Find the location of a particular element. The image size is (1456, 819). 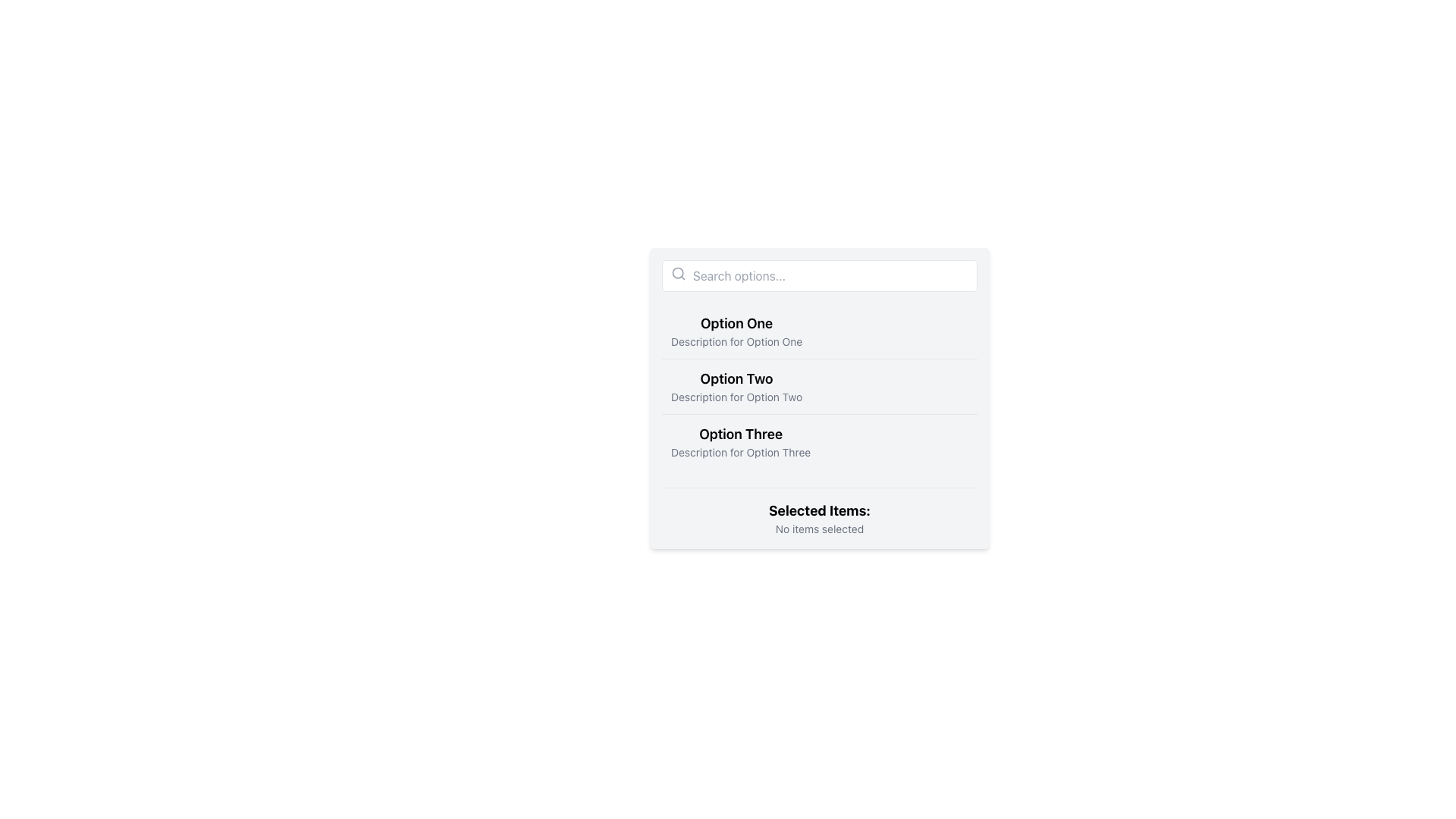

the second item in the selectable list is located at coordinates (818, 385).